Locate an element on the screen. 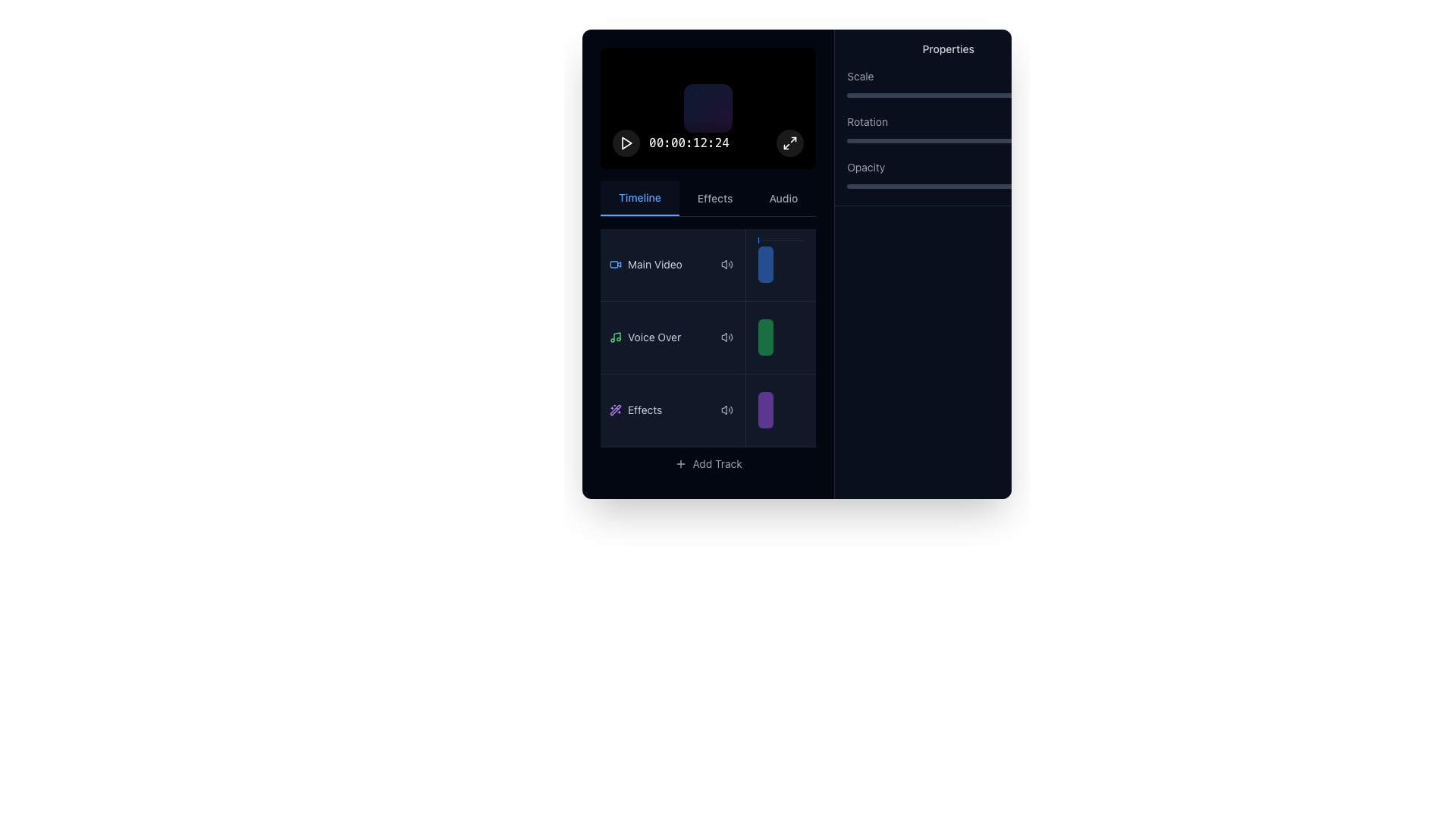  the sound indicator icon located in the 'Voice Over' row of the timeline section, which is the second icon from the left is located at coordinates (726, 336).